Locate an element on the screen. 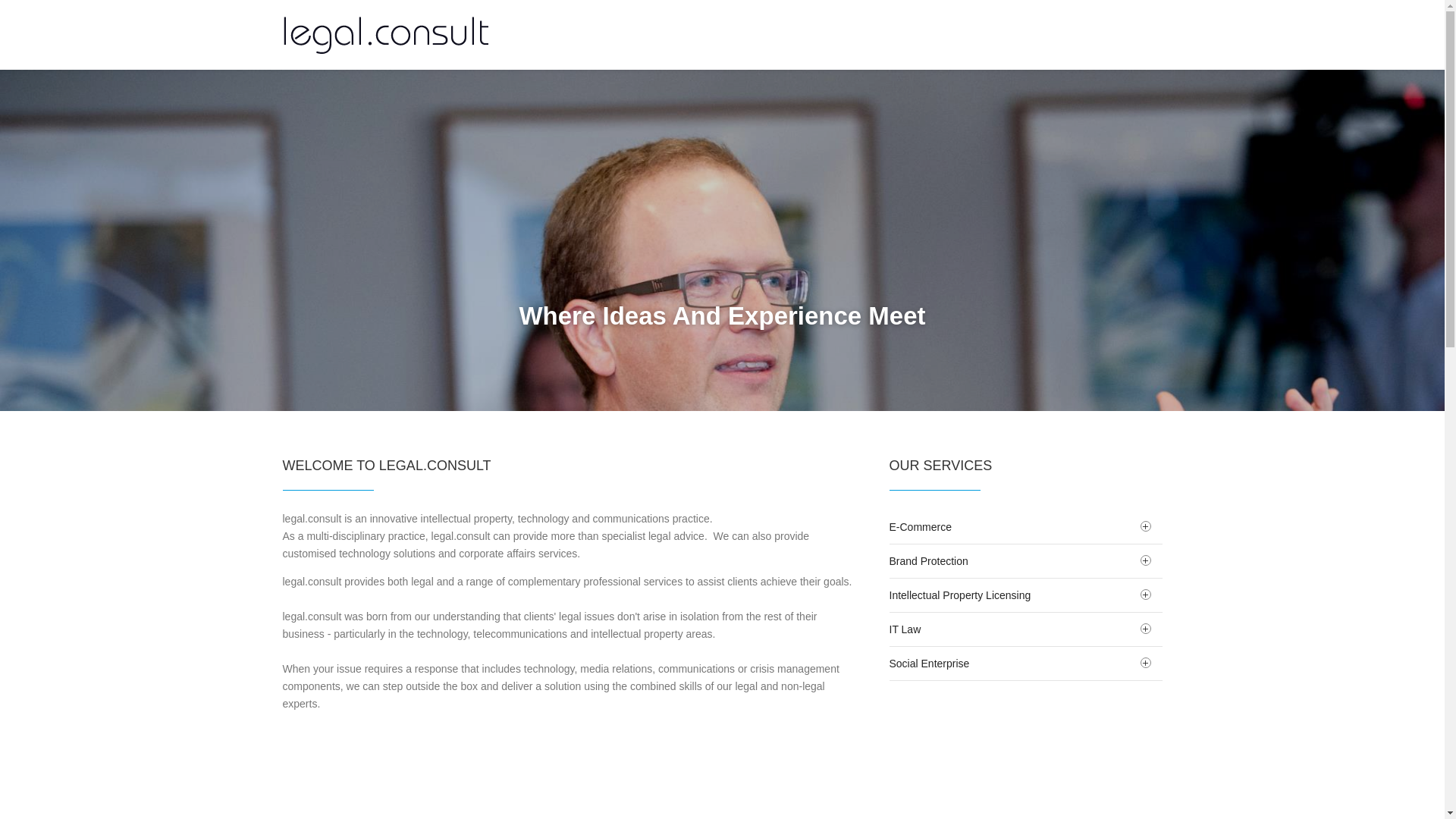 This screenshot has width=1456, height=819. 'Brand Protection' is located at coordinates (1025, 561).